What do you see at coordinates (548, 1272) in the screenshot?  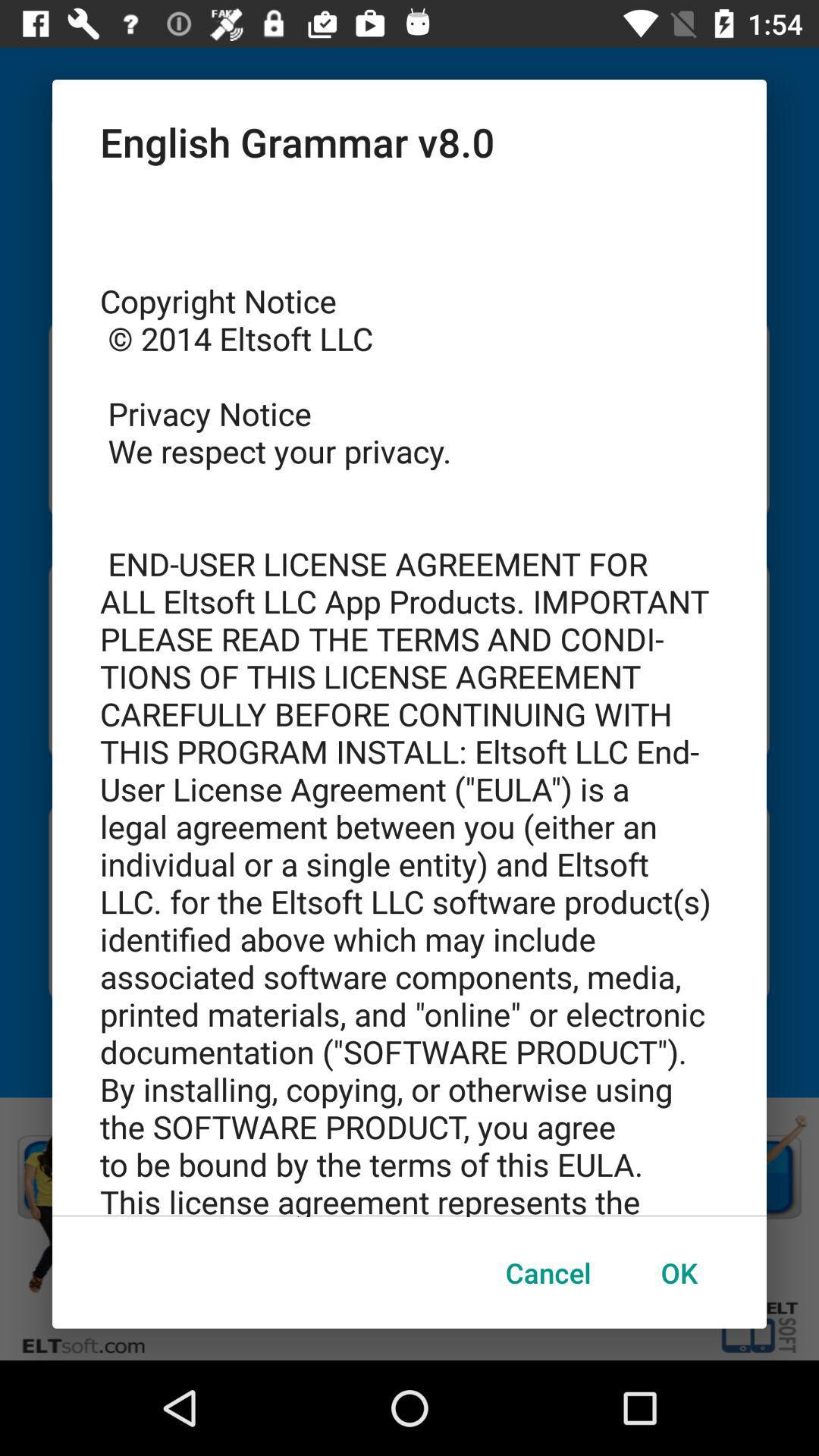 I see `the cancel` at bounding box center [548, 1272].